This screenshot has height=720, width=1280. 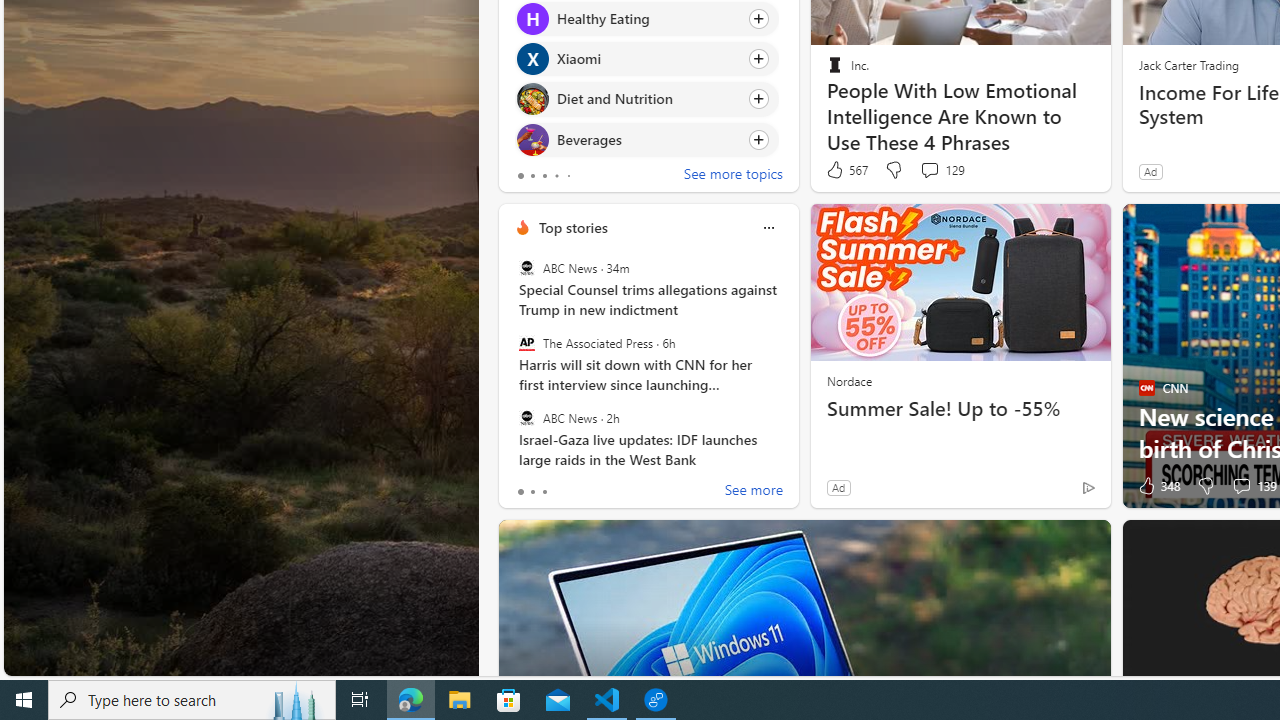 What do you see at coordinates (767, 227) in the screenshot?
I see `'Class: icon-img'` at bounding box center [767, 227].